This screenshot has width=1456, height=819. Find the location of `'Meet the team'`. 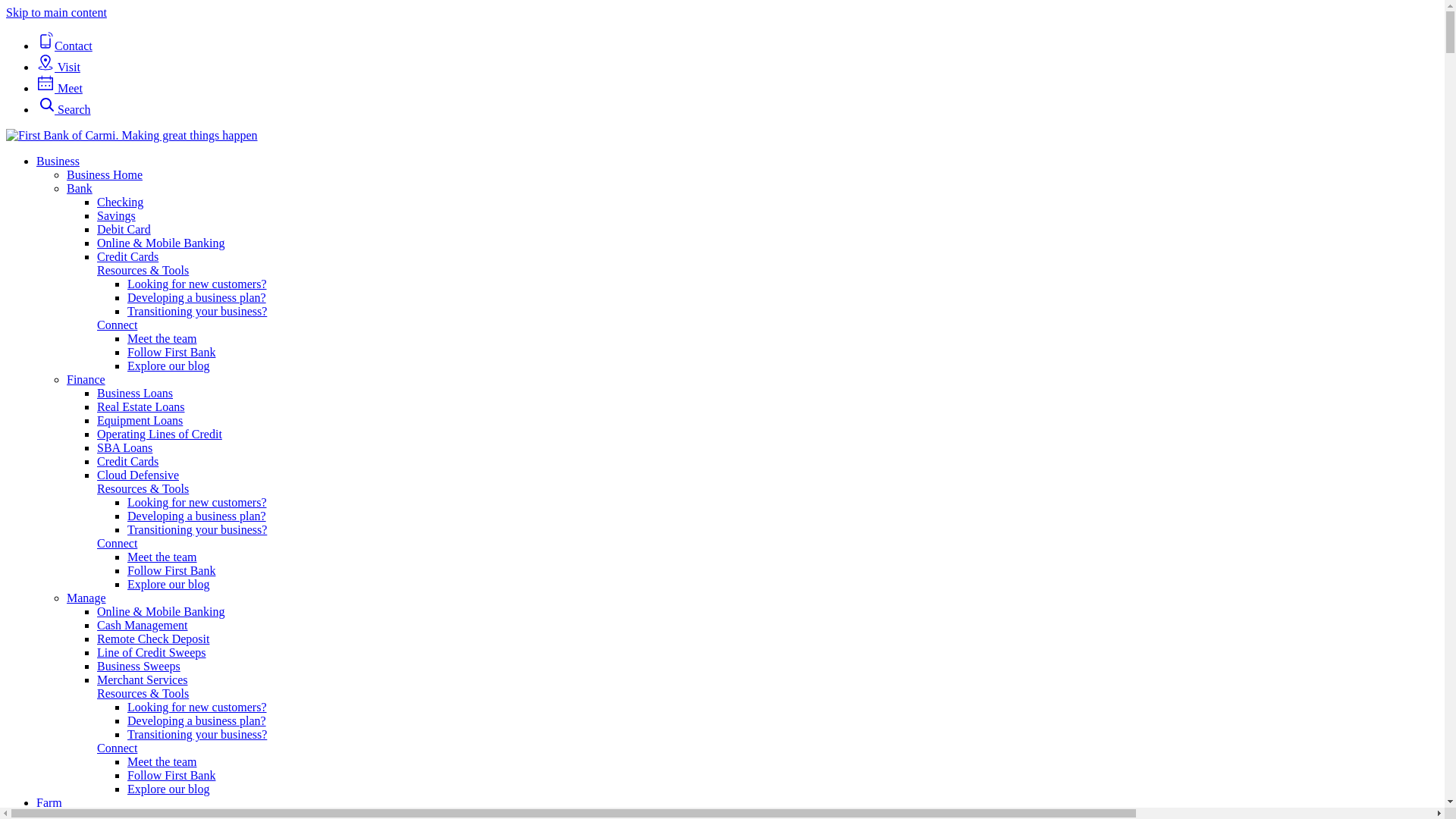

'Meet the team' is located at coordinates (162, 557).